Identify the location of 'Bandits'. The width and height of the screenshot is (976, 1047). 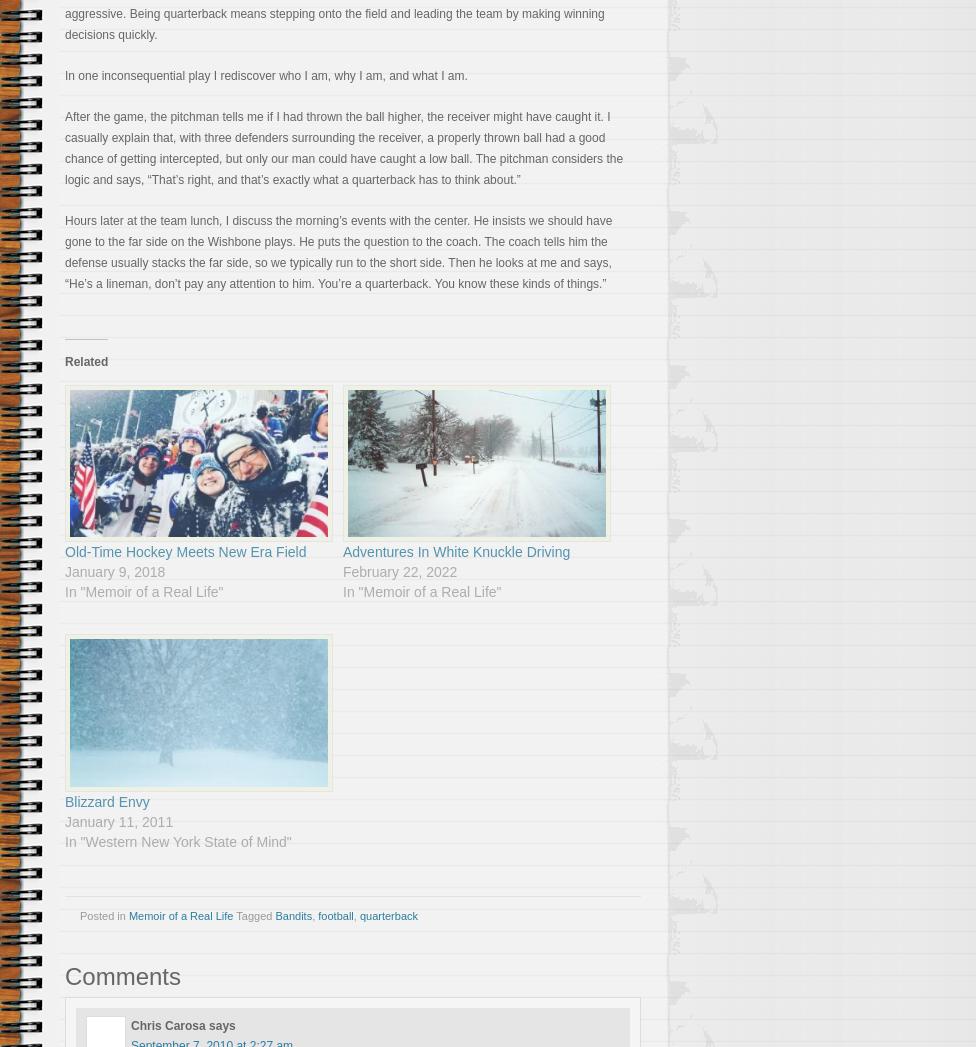
(293, 914).